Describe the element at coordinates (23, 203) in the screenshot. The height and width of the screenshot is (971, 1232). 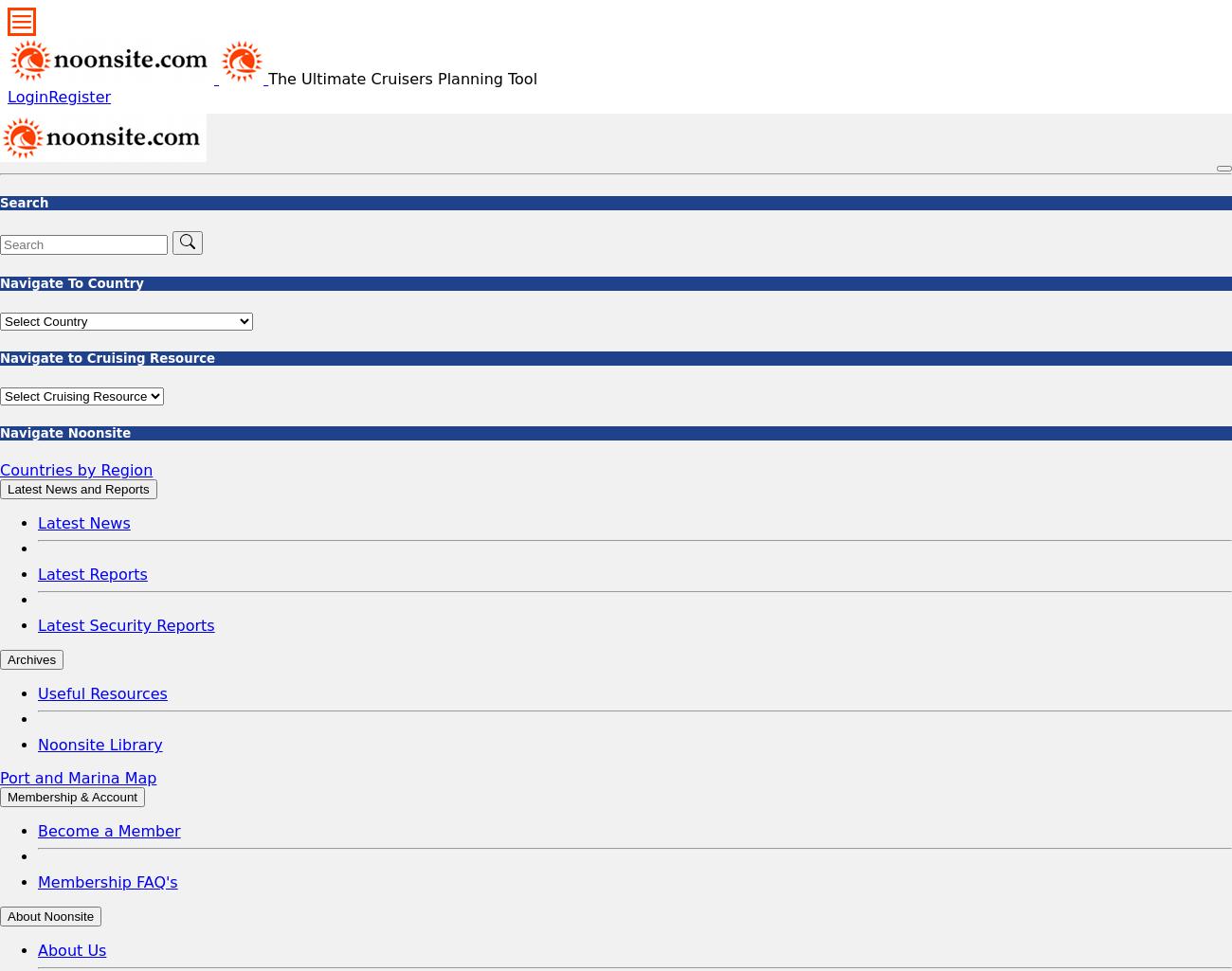
I see `'Search'` at that location.